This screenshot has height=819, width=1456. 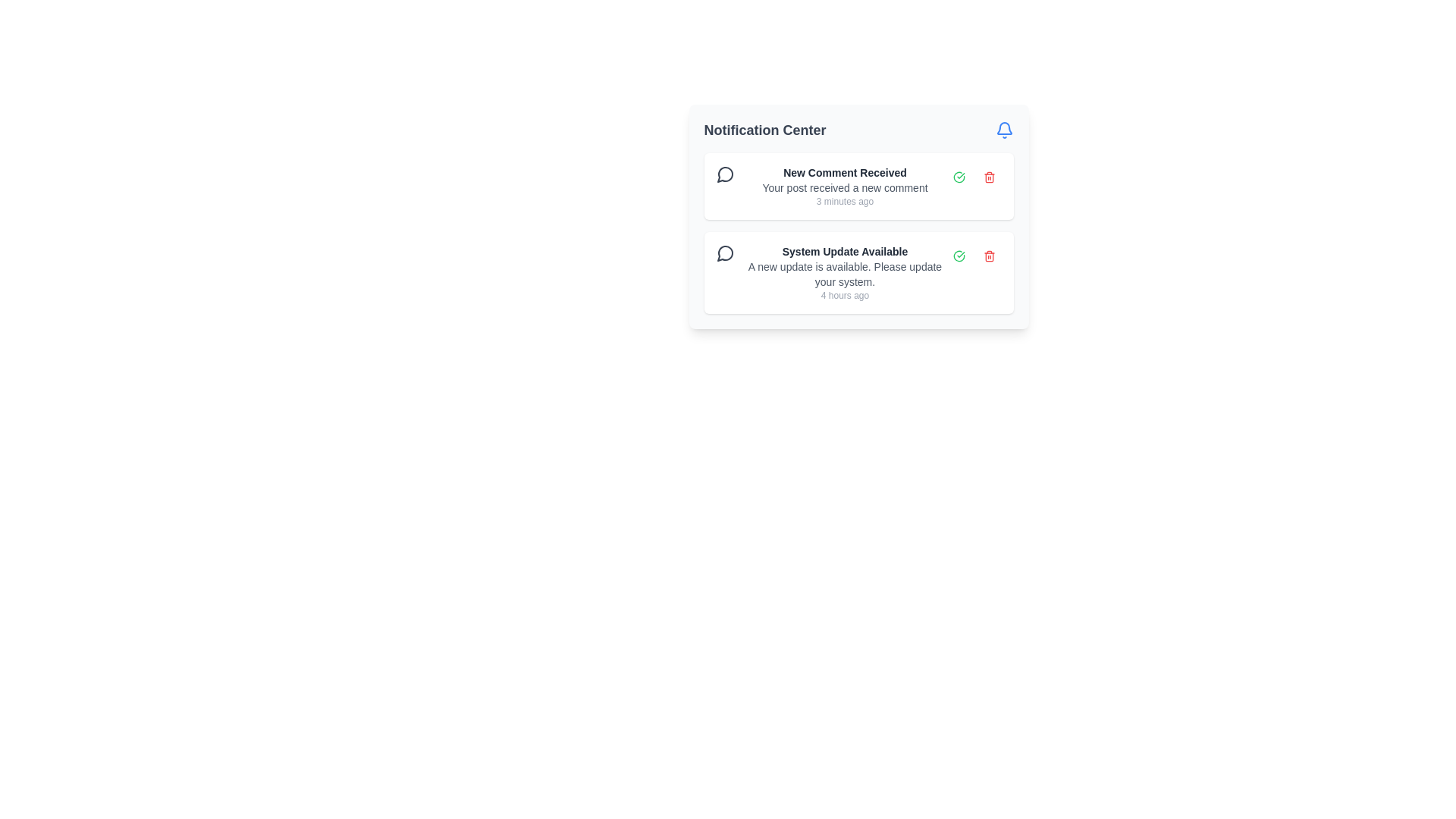 I want to click on the circular checkmark icon with a green outline located in the second entry of the notification list in the 'Notification Center' dialog, so click(x=958, y=177).